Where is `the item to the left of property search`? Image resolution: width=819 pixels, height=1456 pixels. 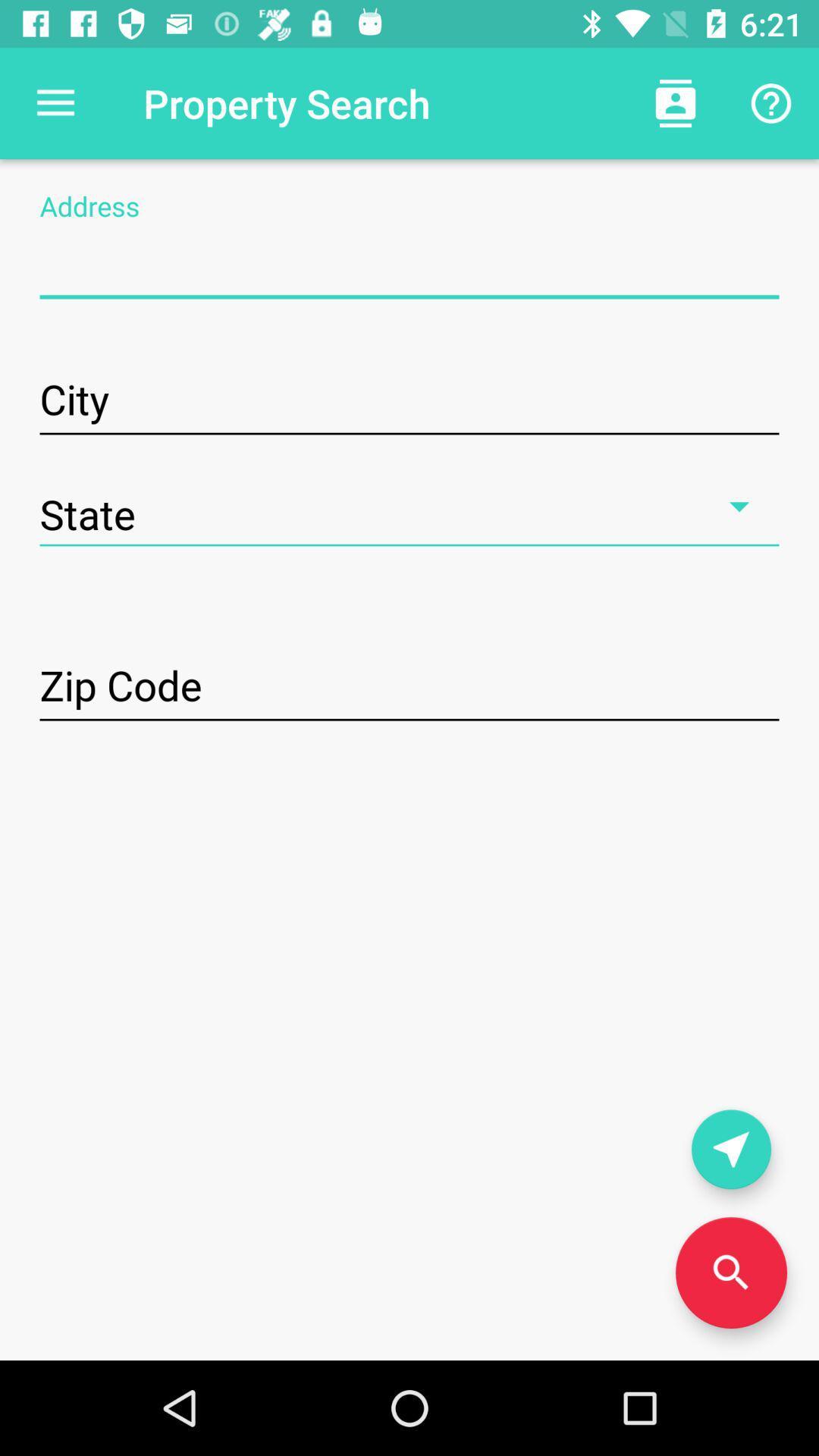
the item to the left of property search is located at coordinates (55, 102).